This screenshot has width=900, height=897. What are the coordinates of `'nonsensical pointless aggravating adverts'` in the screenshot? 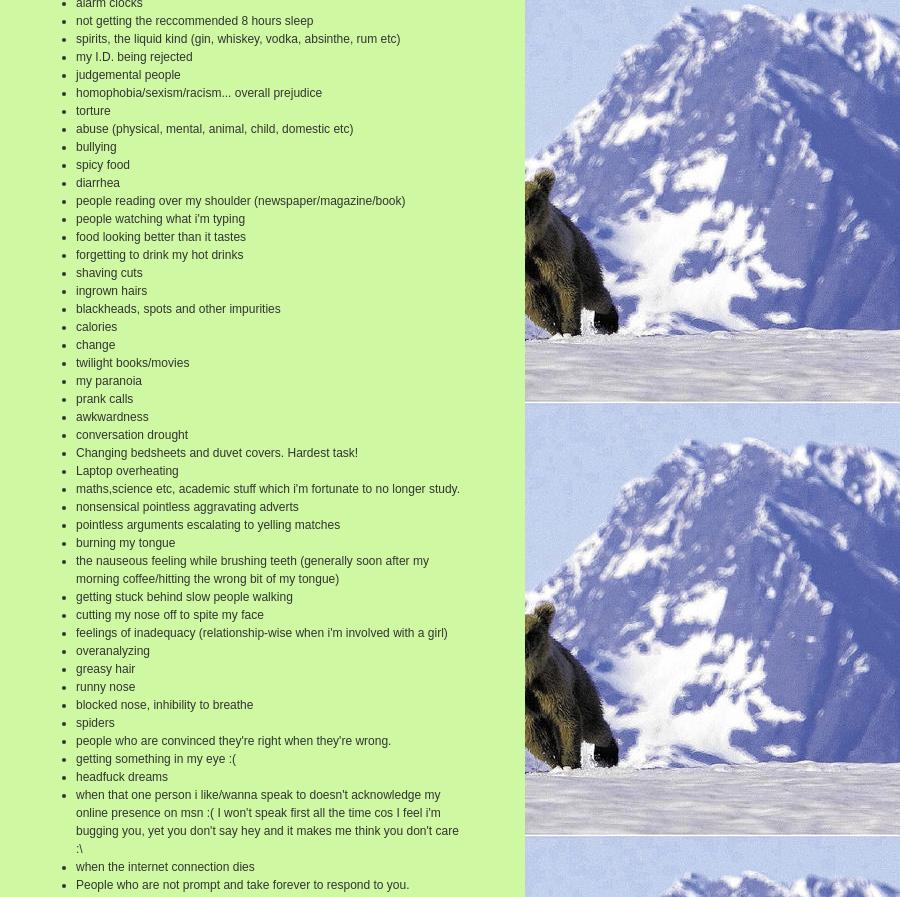 It's located at (187, 506).